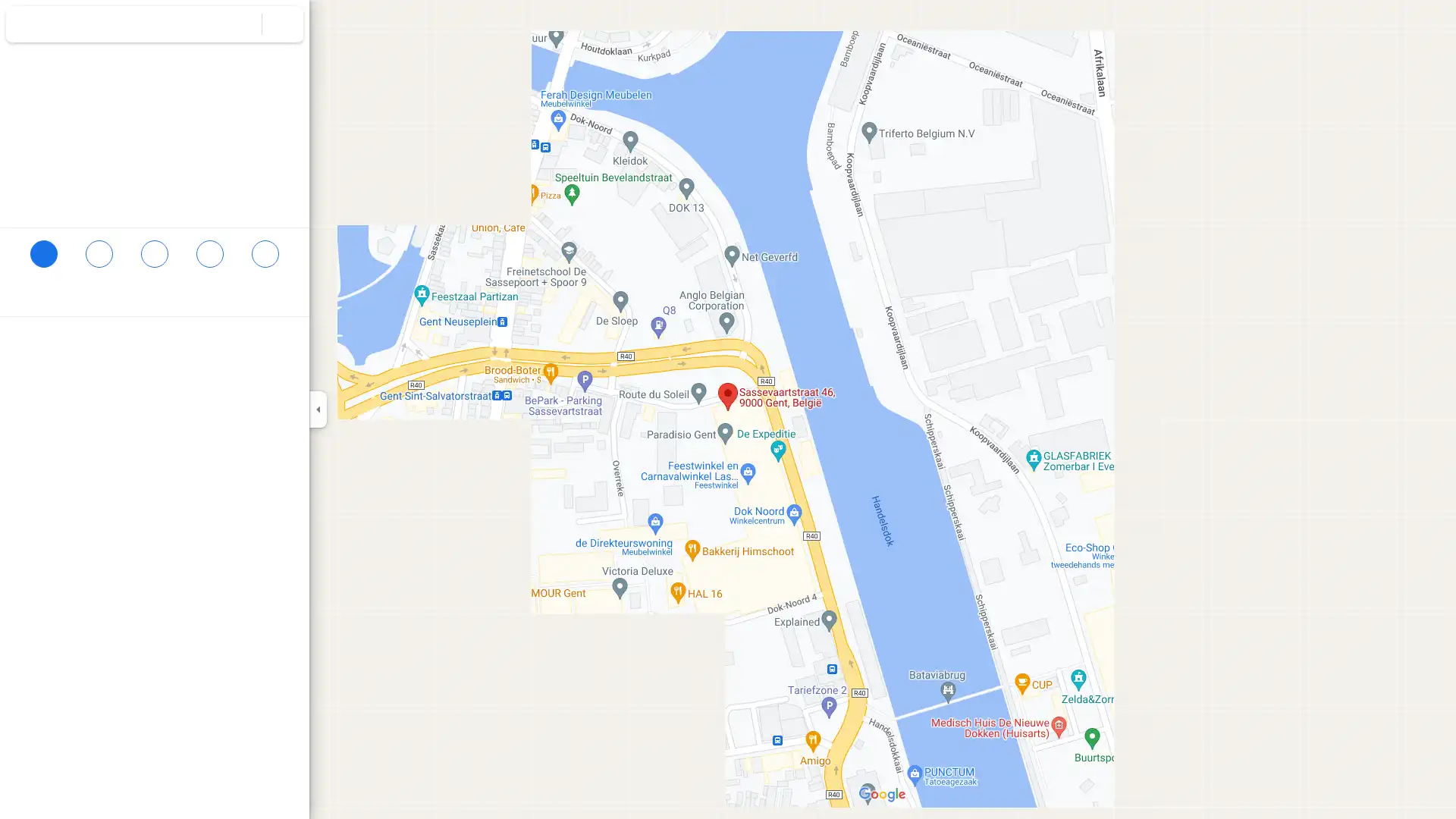 The height and width of the screenshot is (819, 1456). What do you see at coordinates (281, 344) in the screenshot?
I see `Adres kopieren` at bounding box center [281, 344].